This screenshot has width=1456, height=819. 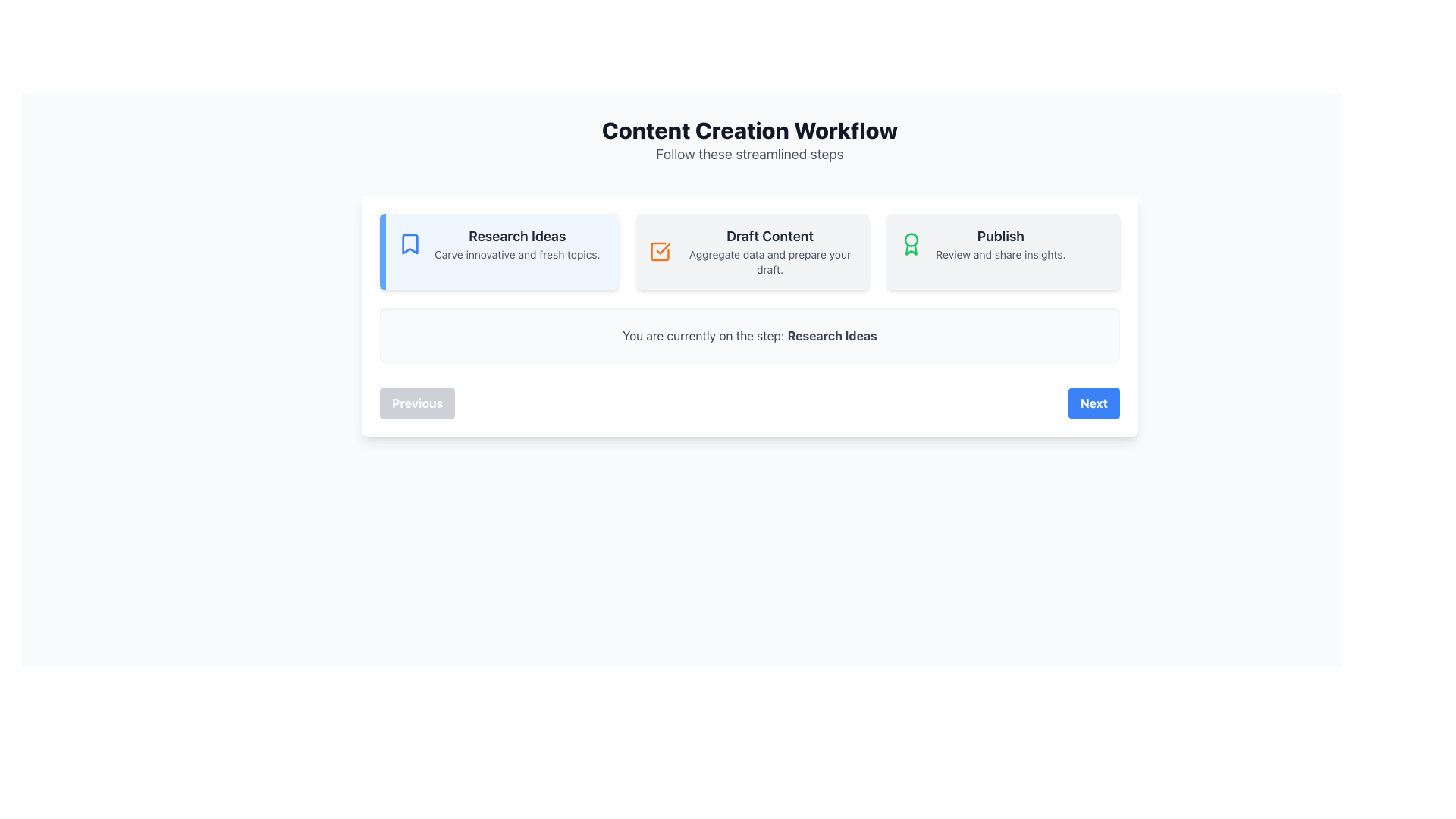 What do you see at coordinates (749, 335) in the screenshot?
I see `the informational display indicating the current step 'Research Ideas', which is positioned below the step indicators and above the navigation buttons` at bounding box center [749, 335].